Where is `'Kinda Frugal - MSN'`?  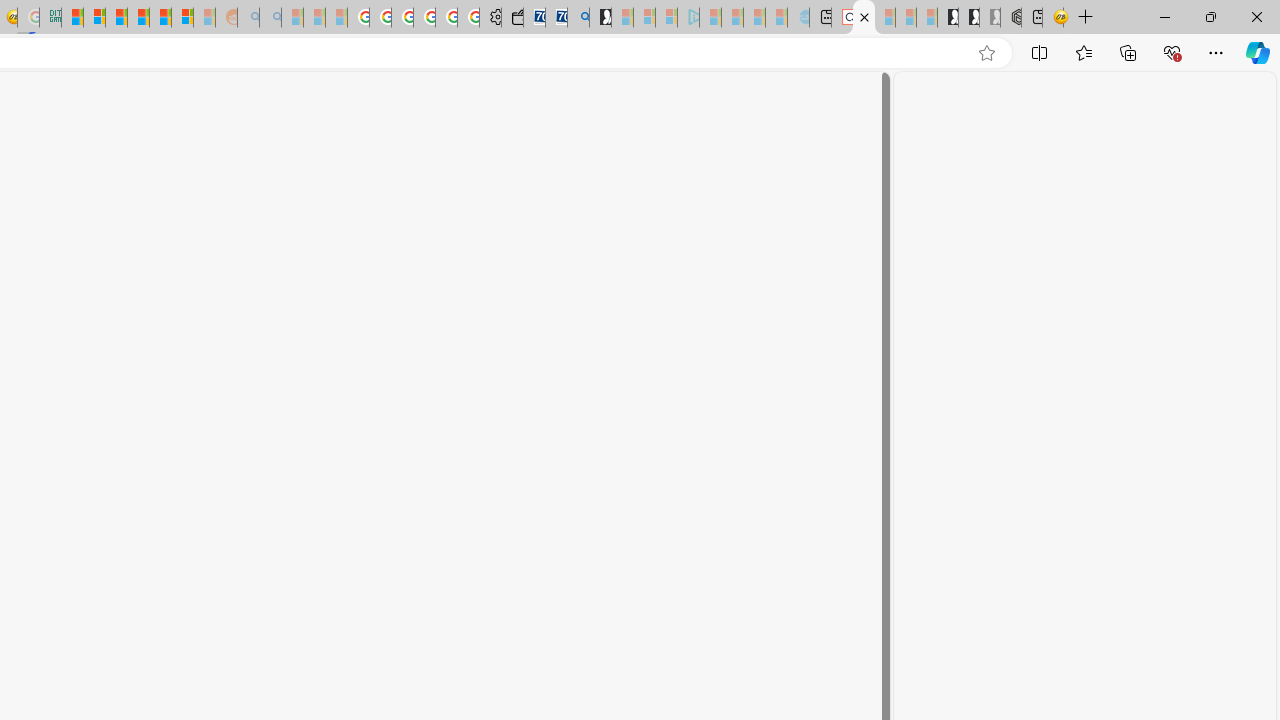 'Kinda Frugal - MSN' is located at coordinates (160, 17).